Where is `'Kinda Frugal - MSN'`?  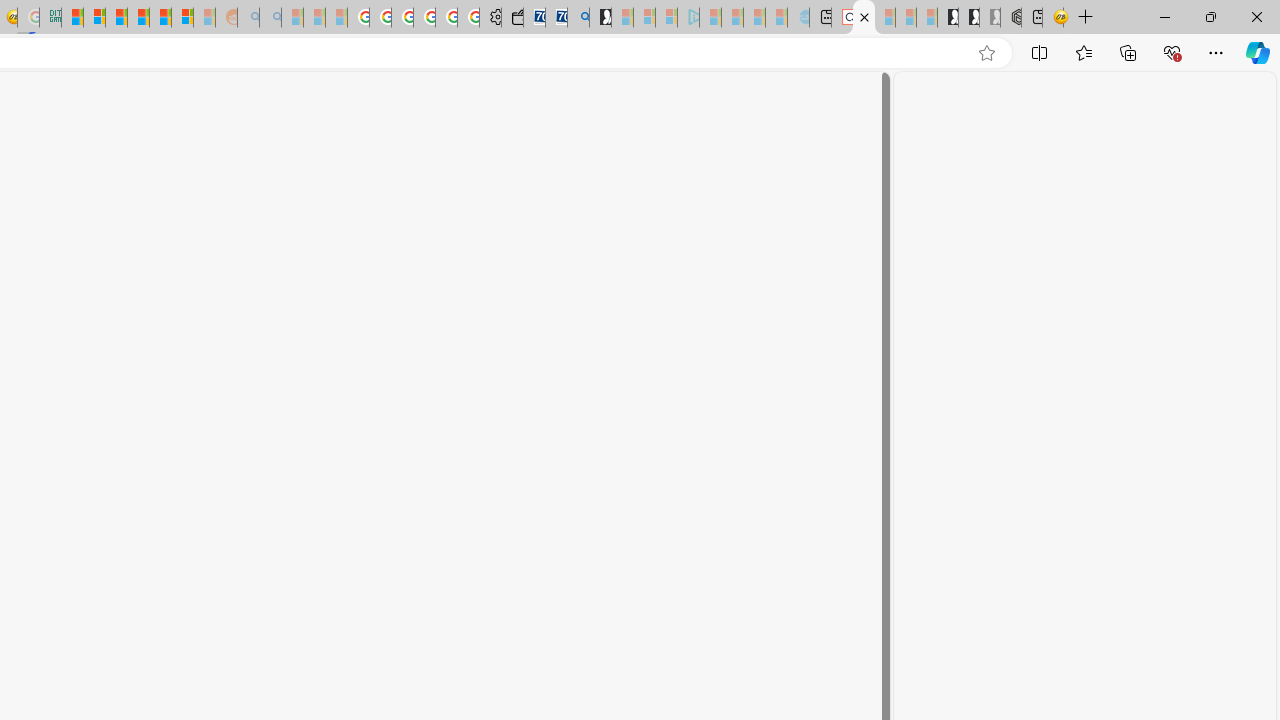 'Kinda Frugal - MSN' is located at coordinates (160, 17).